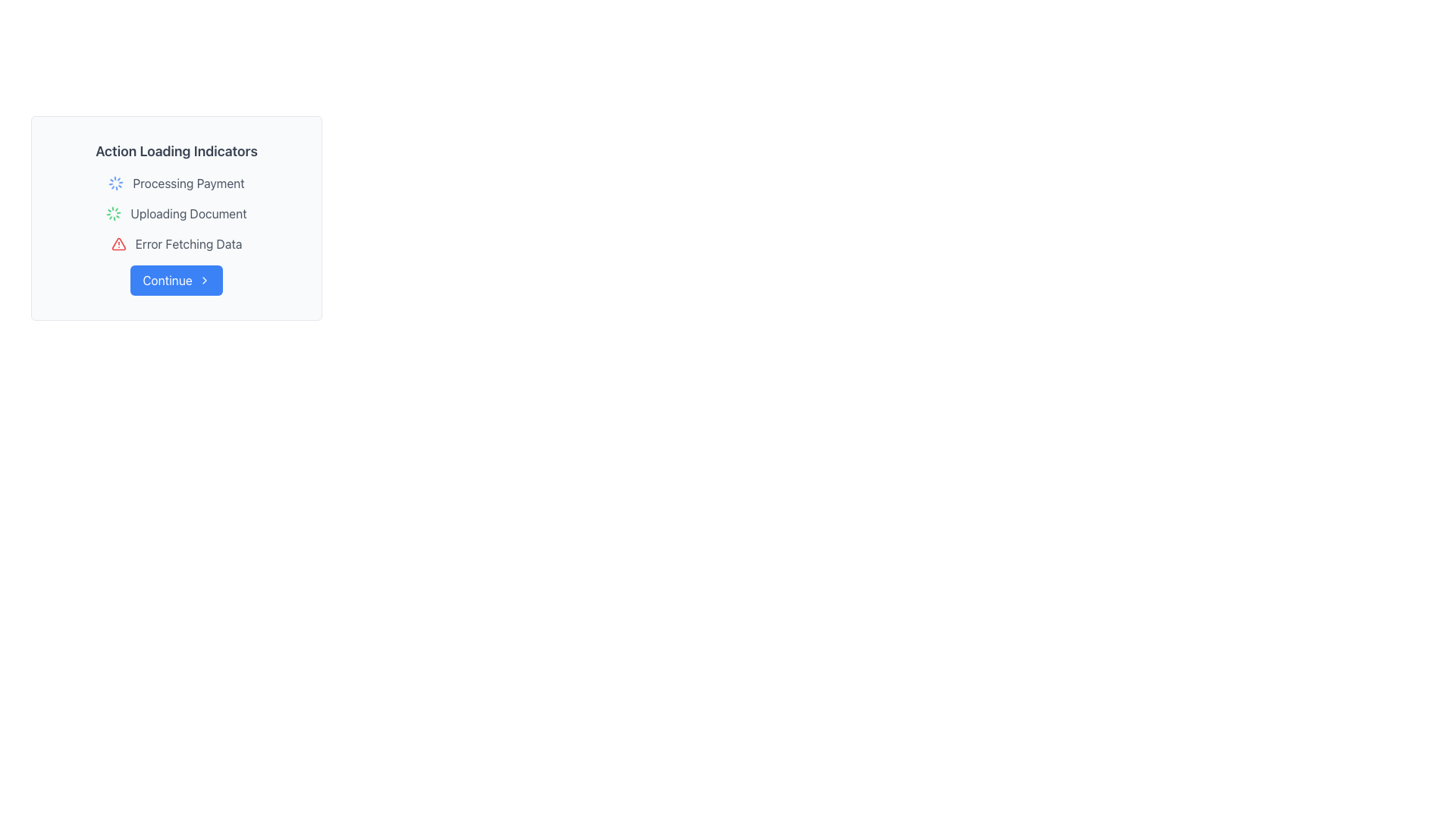  Describe the element at coordinates (203, 281) in the screenshot. I see `the rightward arrow icon that is immediately after the 'Continue' text within the blue button` at that location.